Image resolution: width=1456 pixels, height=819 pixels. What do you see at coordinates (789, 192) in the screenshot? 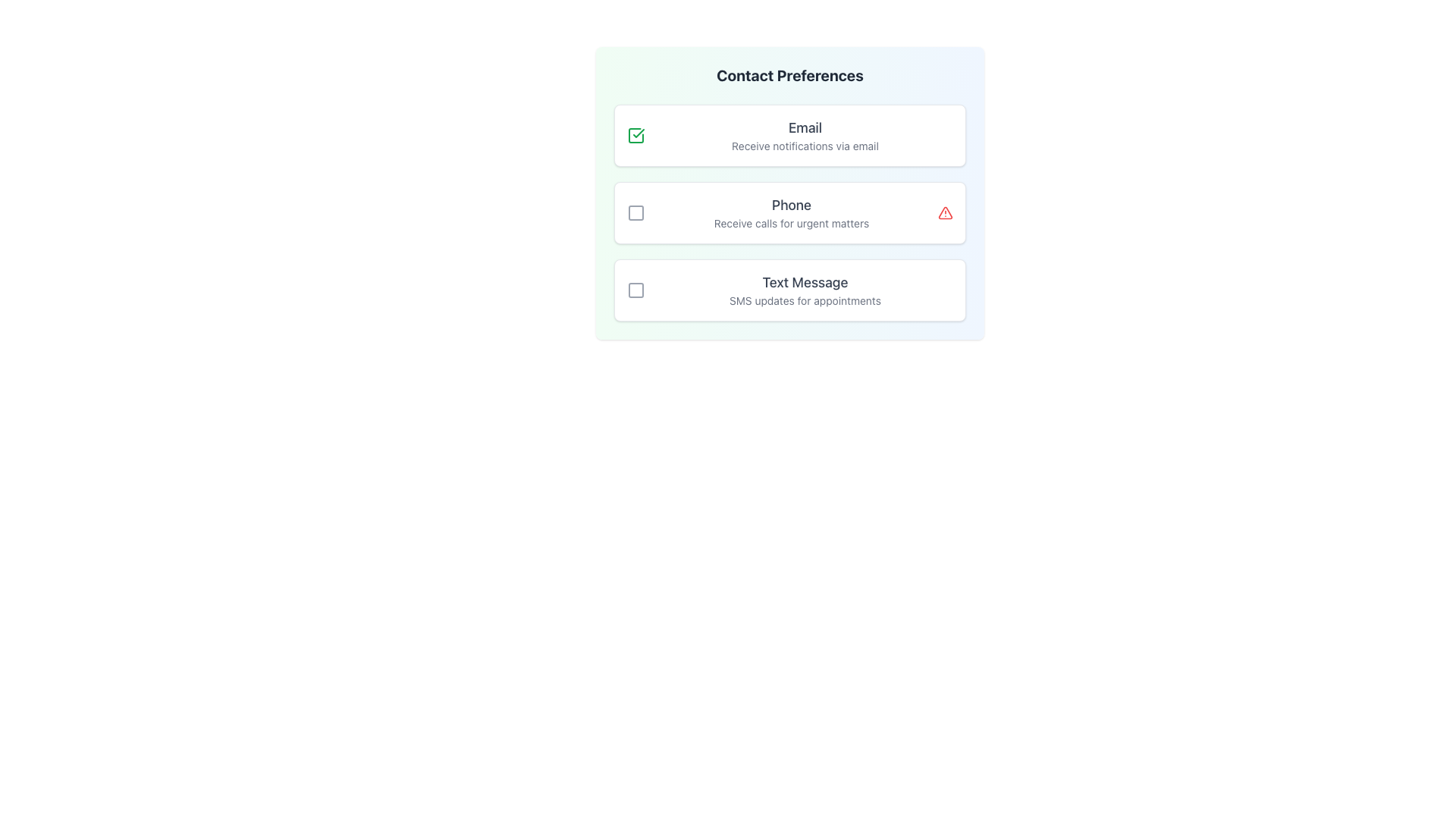
I see `the checkbox for 'Phone' in the contact preferences widget` at bounding box center [789, 192].